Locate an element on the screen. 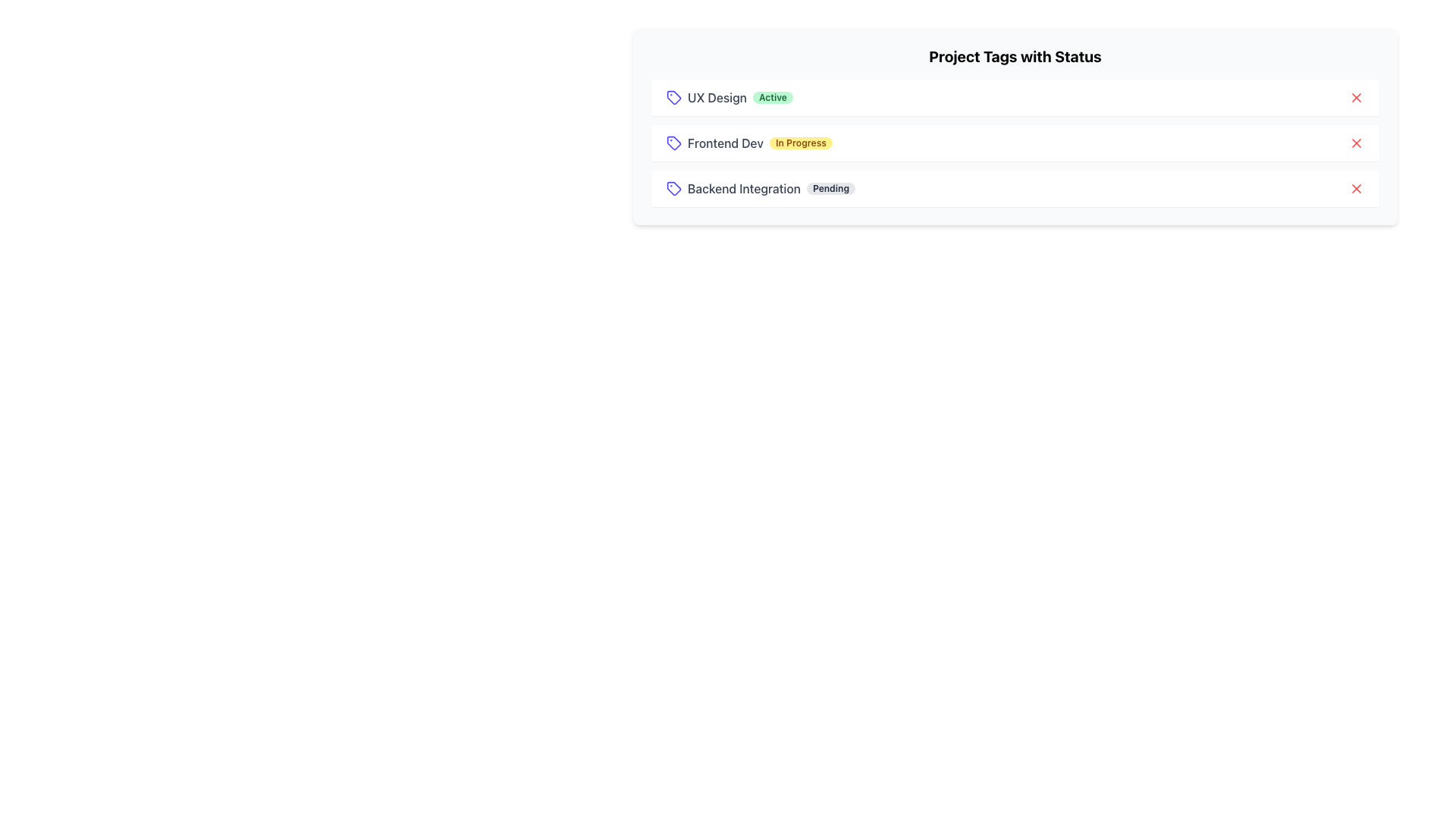 The image size is (1456, 819). the 'Backend Integration' status item with a 'Pending' tag to modify or view it is located at coordinates (1015, 188).